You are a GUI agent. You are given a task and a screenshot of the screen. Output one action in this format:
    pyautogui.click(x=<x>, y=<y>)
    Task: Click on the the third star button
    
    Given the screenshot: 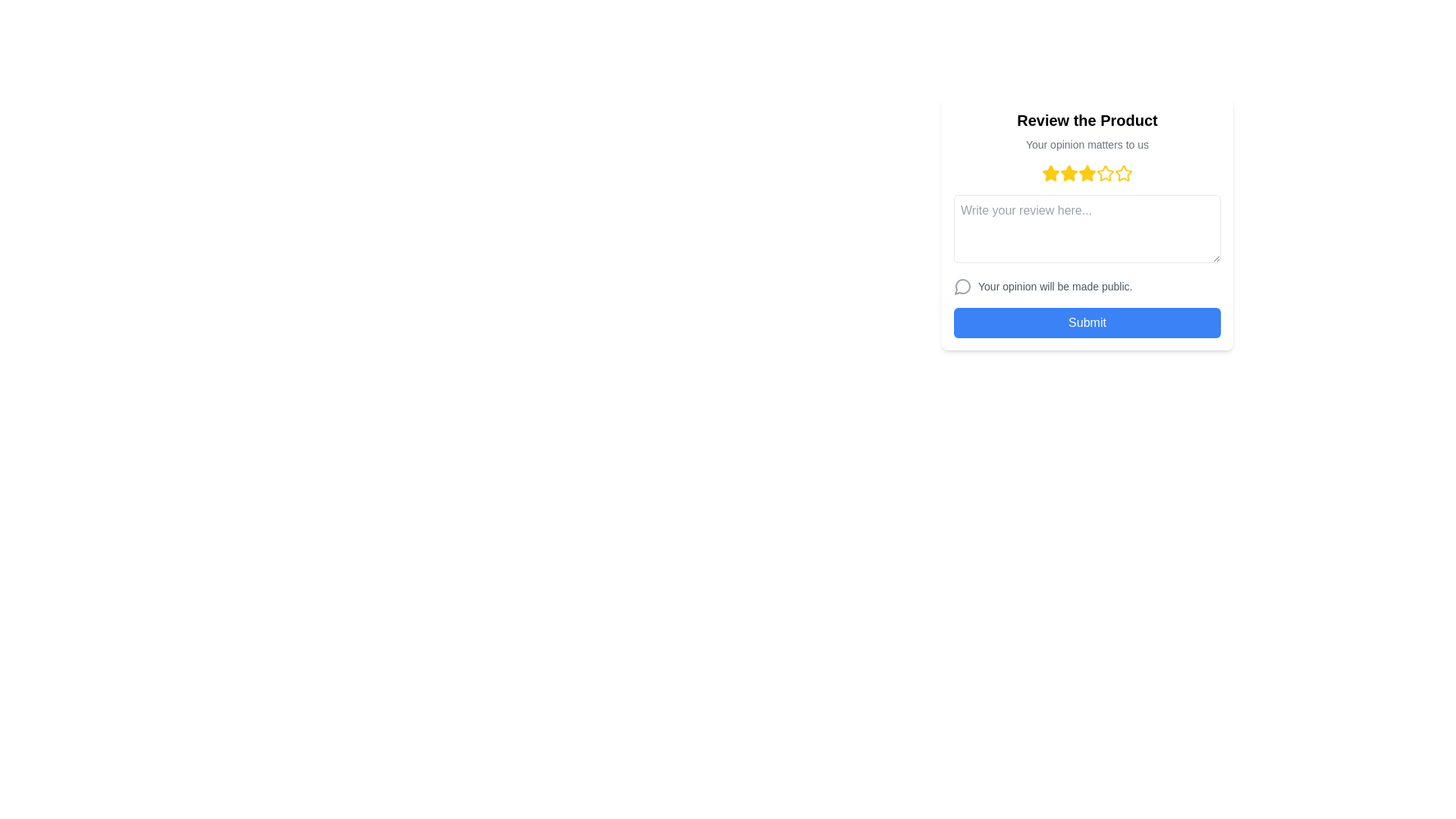 What is the action you would take?
    pyautogui.click(x=1087, y=172)
    